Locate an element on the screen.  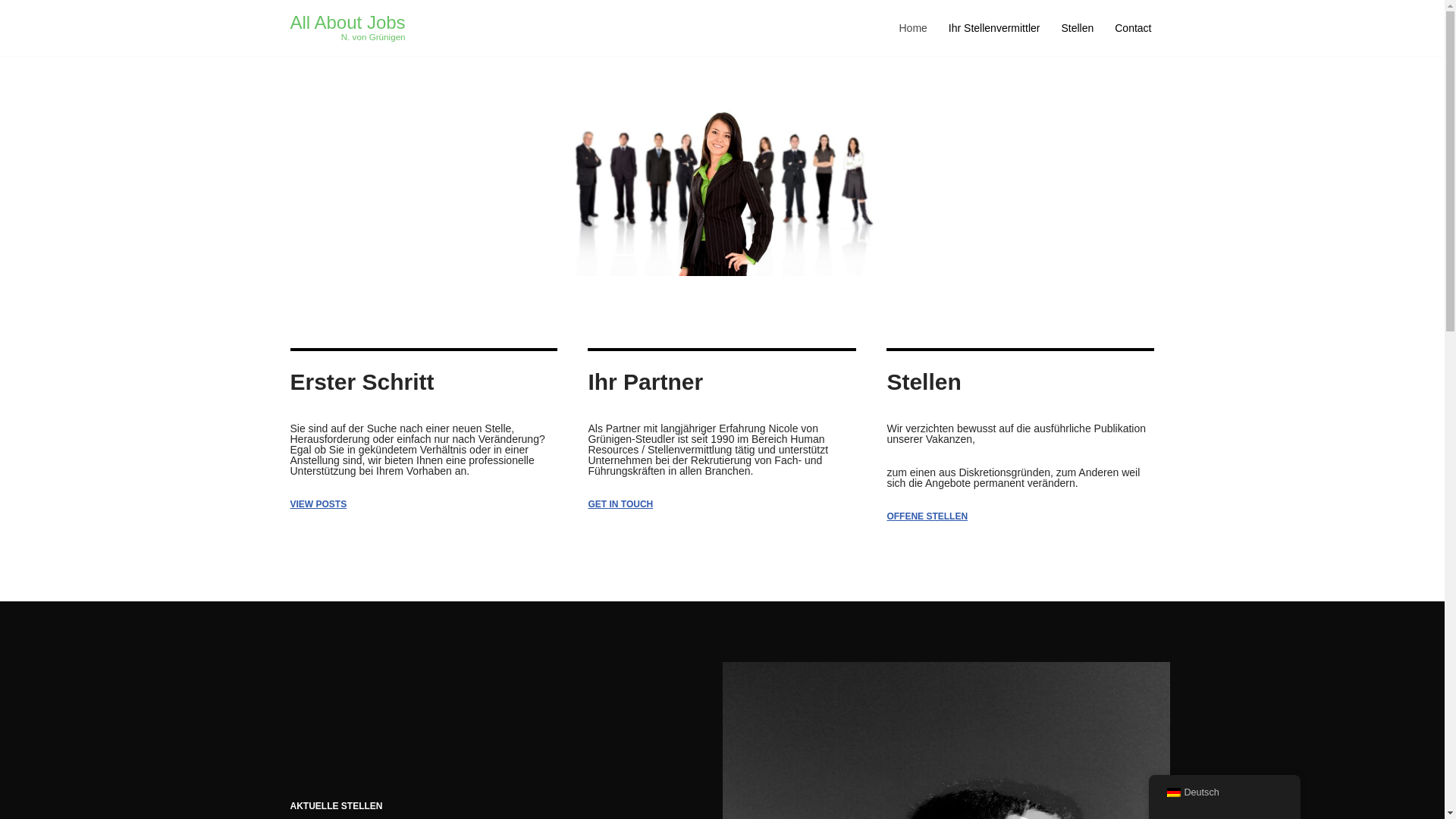
'OFFENE STELLEN' is located at coordinates (926, 516).